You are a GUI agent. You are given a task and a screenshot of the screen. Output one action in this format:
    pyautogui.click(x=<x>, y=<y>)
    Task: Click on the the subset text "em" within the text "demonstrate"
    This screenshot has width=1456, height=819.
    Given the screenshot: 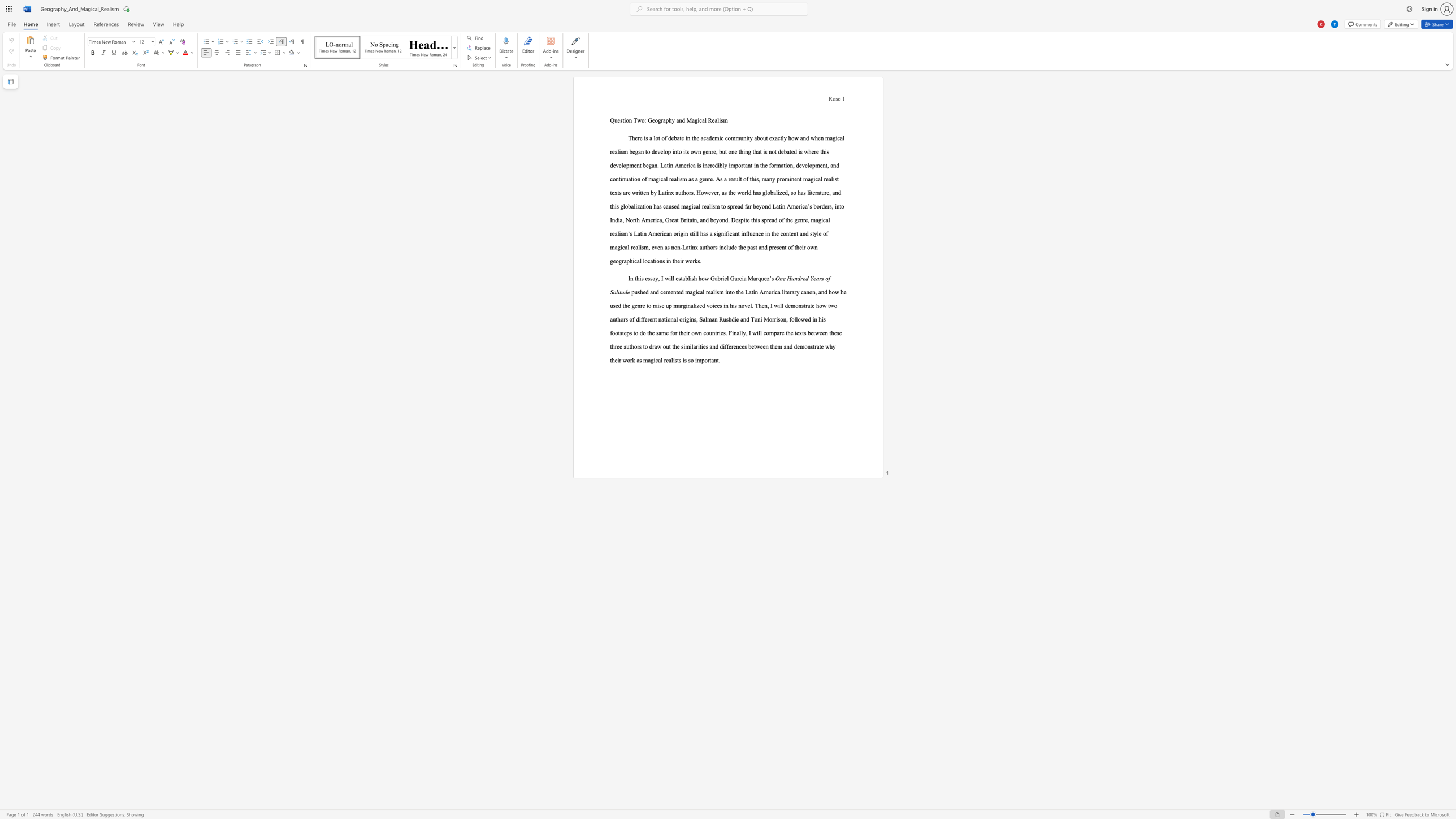 What is the action you would take?
    pyautogui.click(x=787, y=306)
    